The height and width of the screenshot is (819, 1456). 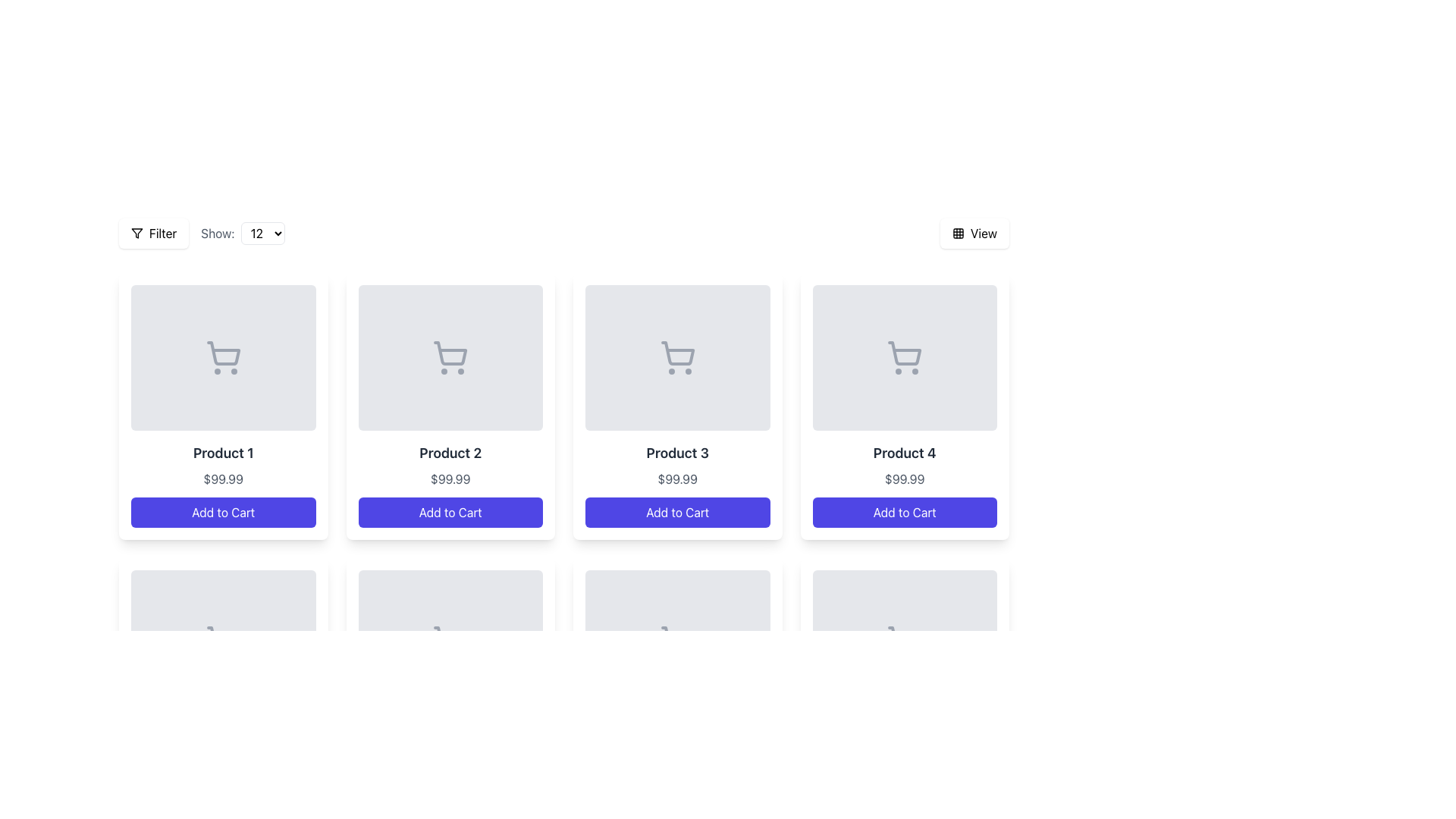 What do you see at coordinates (905, 512) in the screenshot?
I see `the button that adds the associated product to the shopping cart, located at the bottom of the product card on the far right of the grid layout` at bounding box center [905, 512].